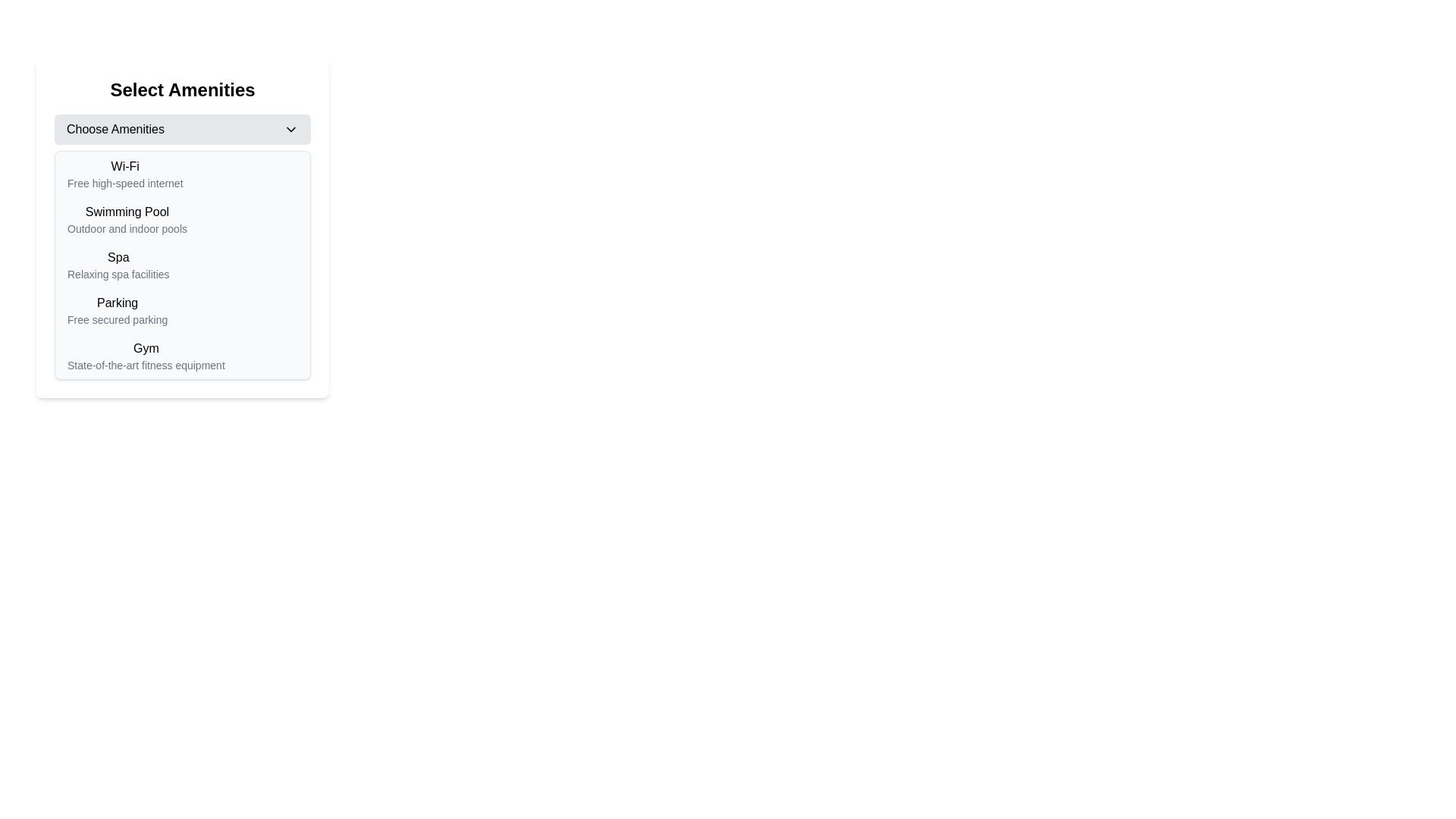 The image size is (1456, 819). What do you see at coordinates (118, 265) in the screenshot?
I see `the 'Spa' amenity list item in the dropdown menu, which is the third item in the list providing details about its features` at bounding box center [118, 265].